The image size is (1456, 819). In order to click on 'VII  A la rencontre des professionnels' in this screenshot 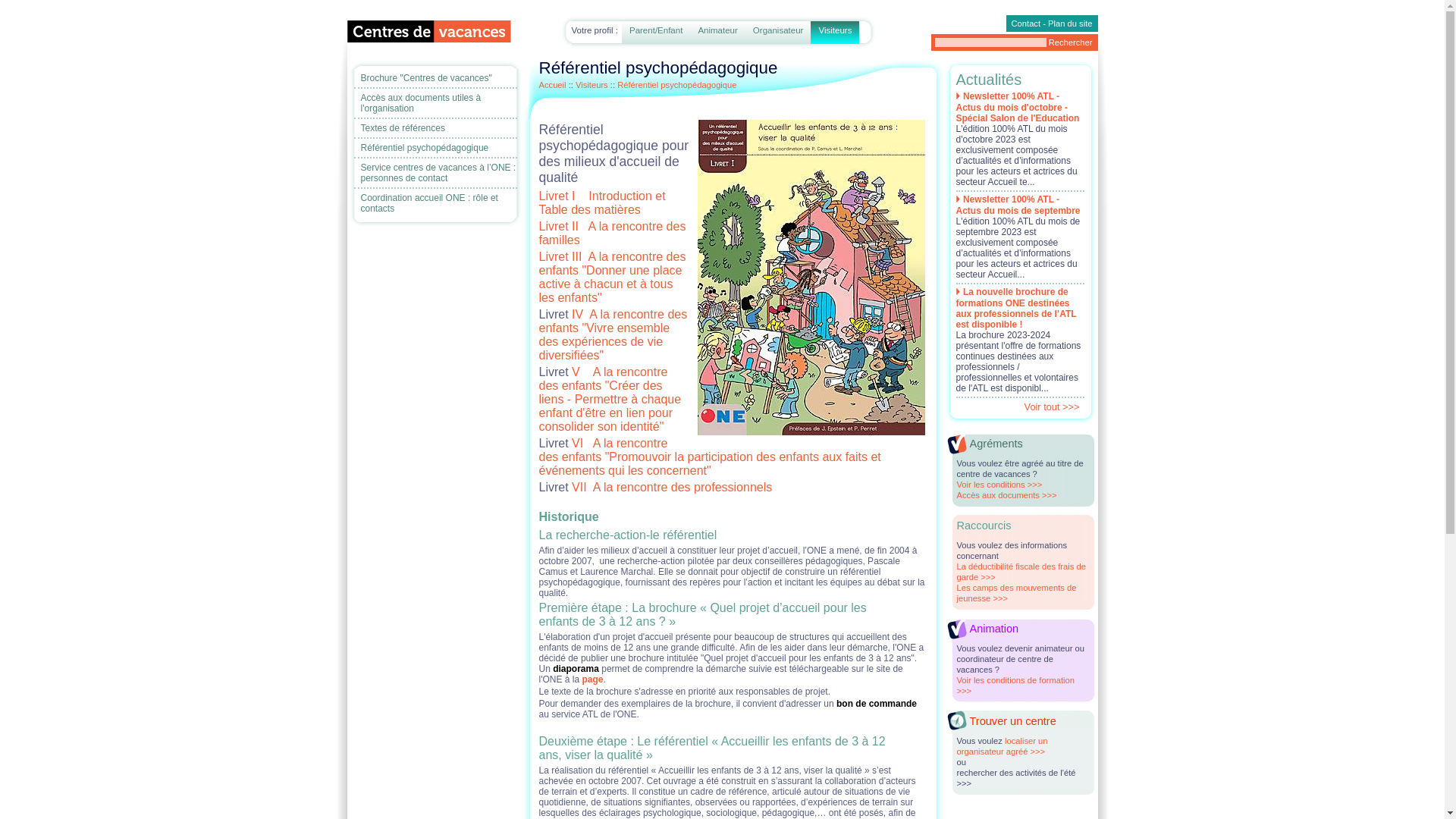, I will do `click(670, 487)`.